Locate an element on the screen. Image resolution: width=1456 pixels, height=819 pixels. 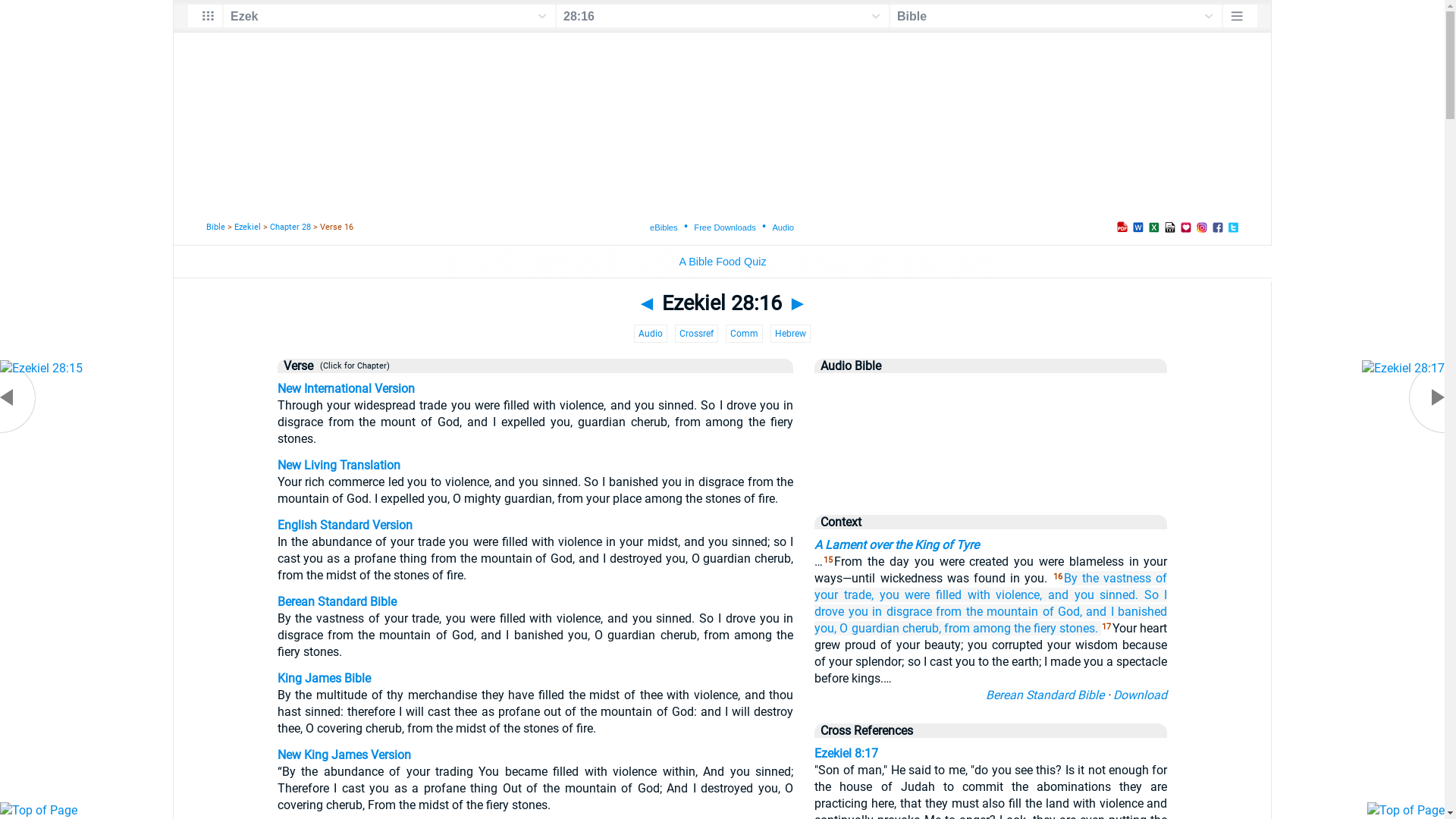
'cherub,' is located at coordinates (902, 628).